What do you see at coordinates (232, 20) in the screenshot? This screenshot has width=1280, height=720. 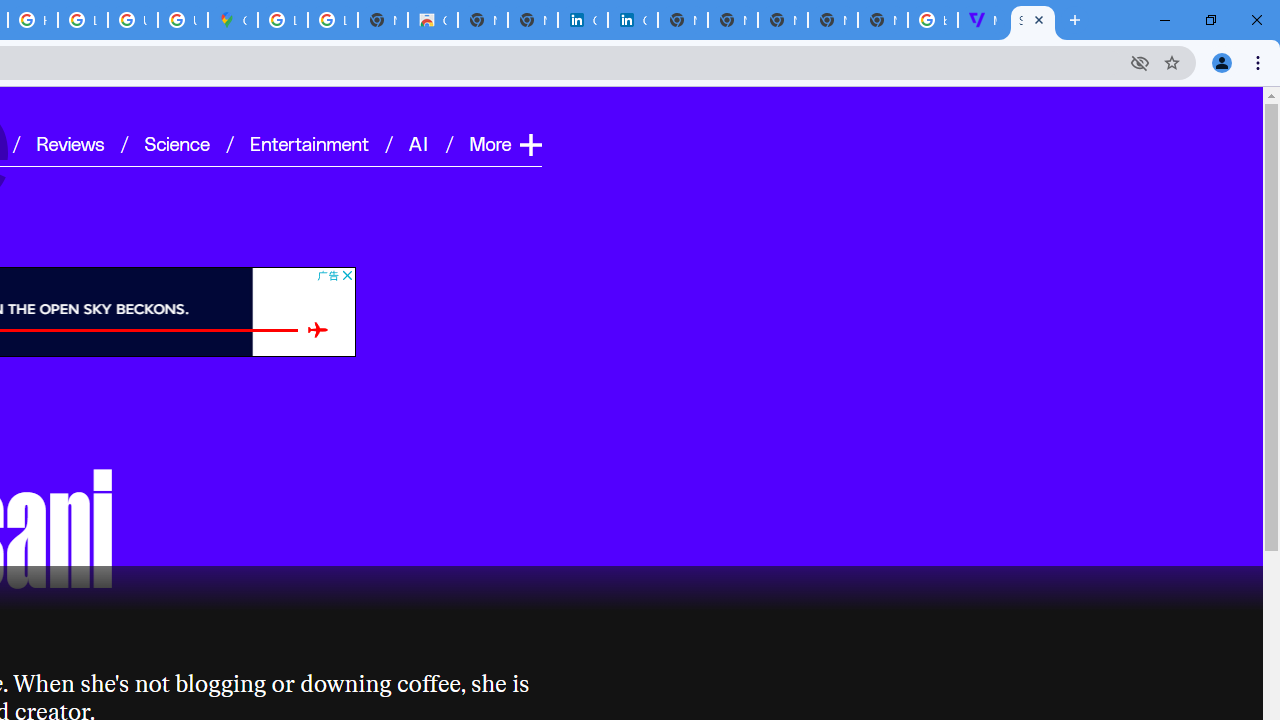 I see `'Google Maps'` at bounding box center [232, 20].